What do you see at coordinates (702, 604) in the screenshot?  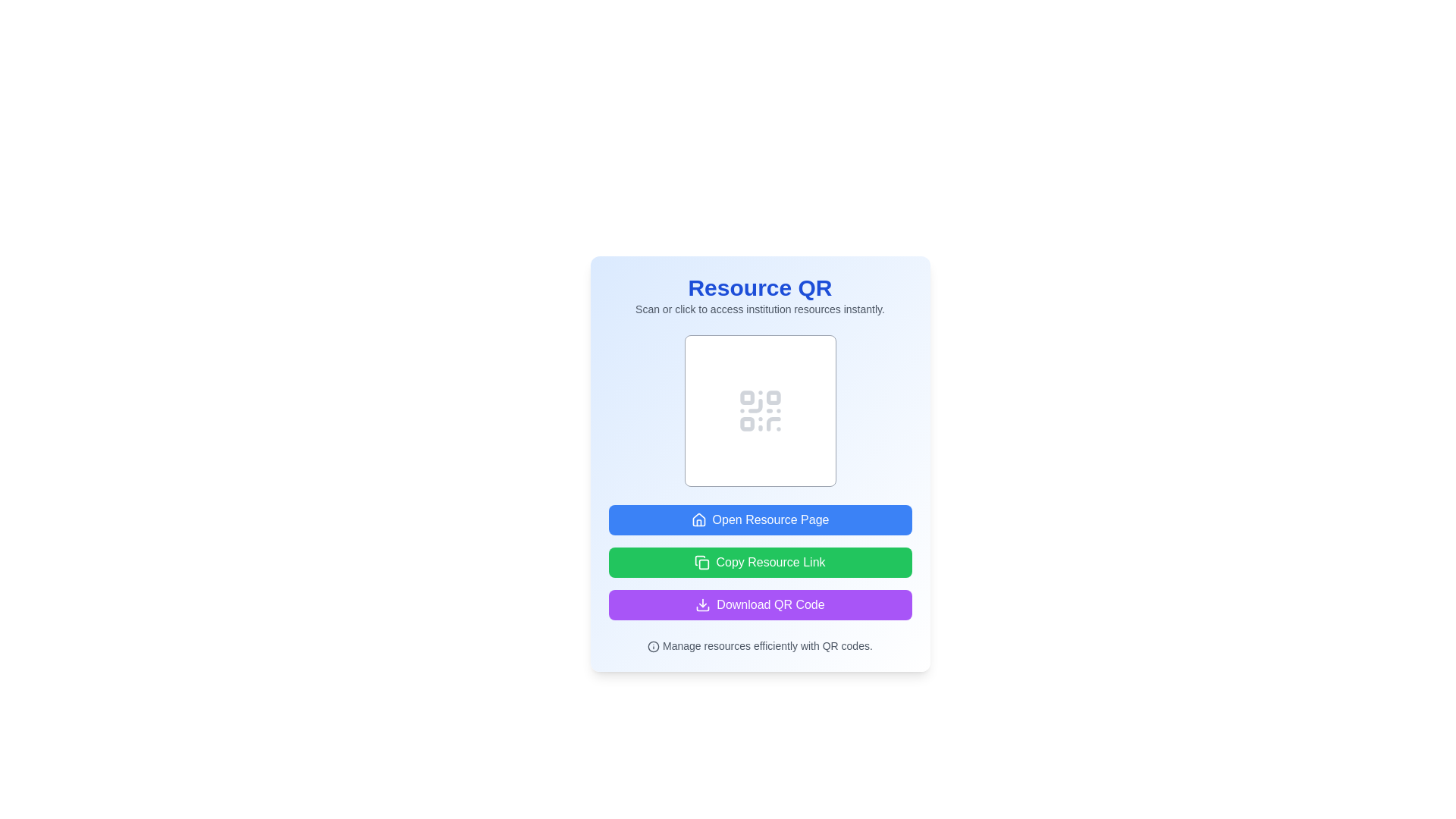 I see `the download icon associated with the 'Download QR Code' button, which is the third button in the vertical group located at the center-bottom of the interface` at bounding box center [702, 604].